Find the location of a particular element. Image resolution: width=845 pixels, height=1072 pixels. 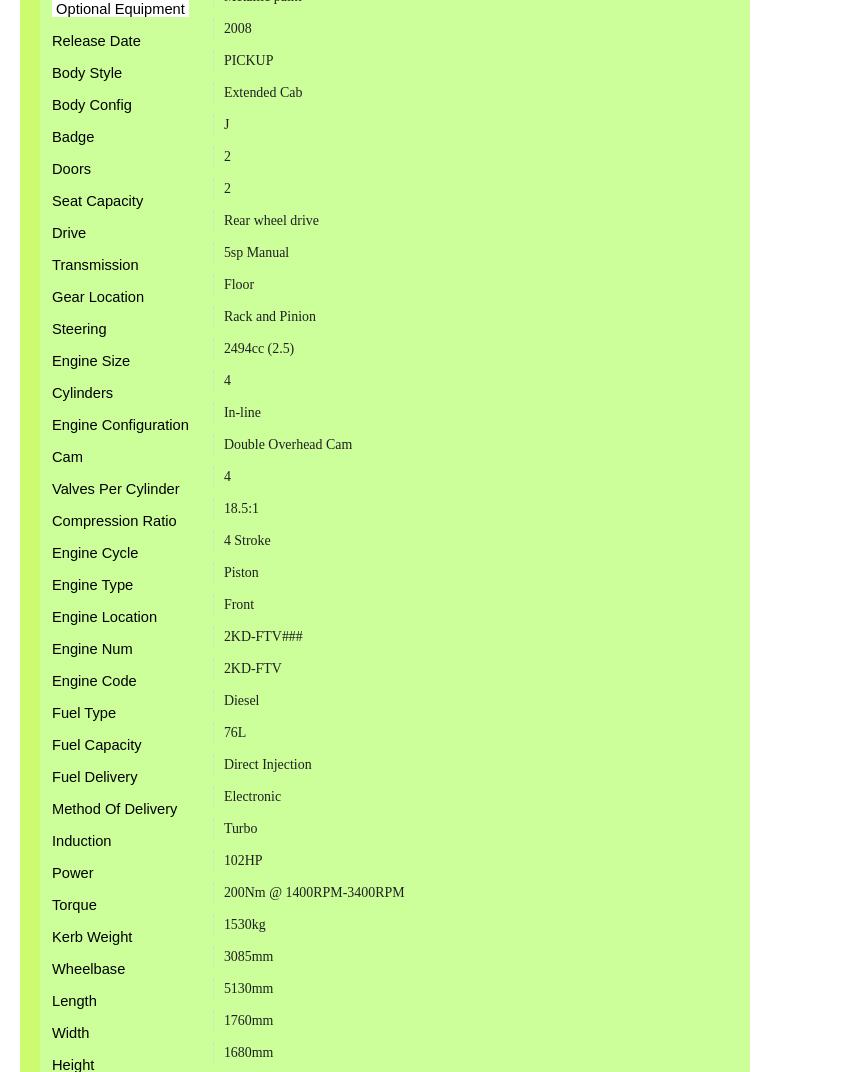

'Floor' is located at coordinates (237, 282).